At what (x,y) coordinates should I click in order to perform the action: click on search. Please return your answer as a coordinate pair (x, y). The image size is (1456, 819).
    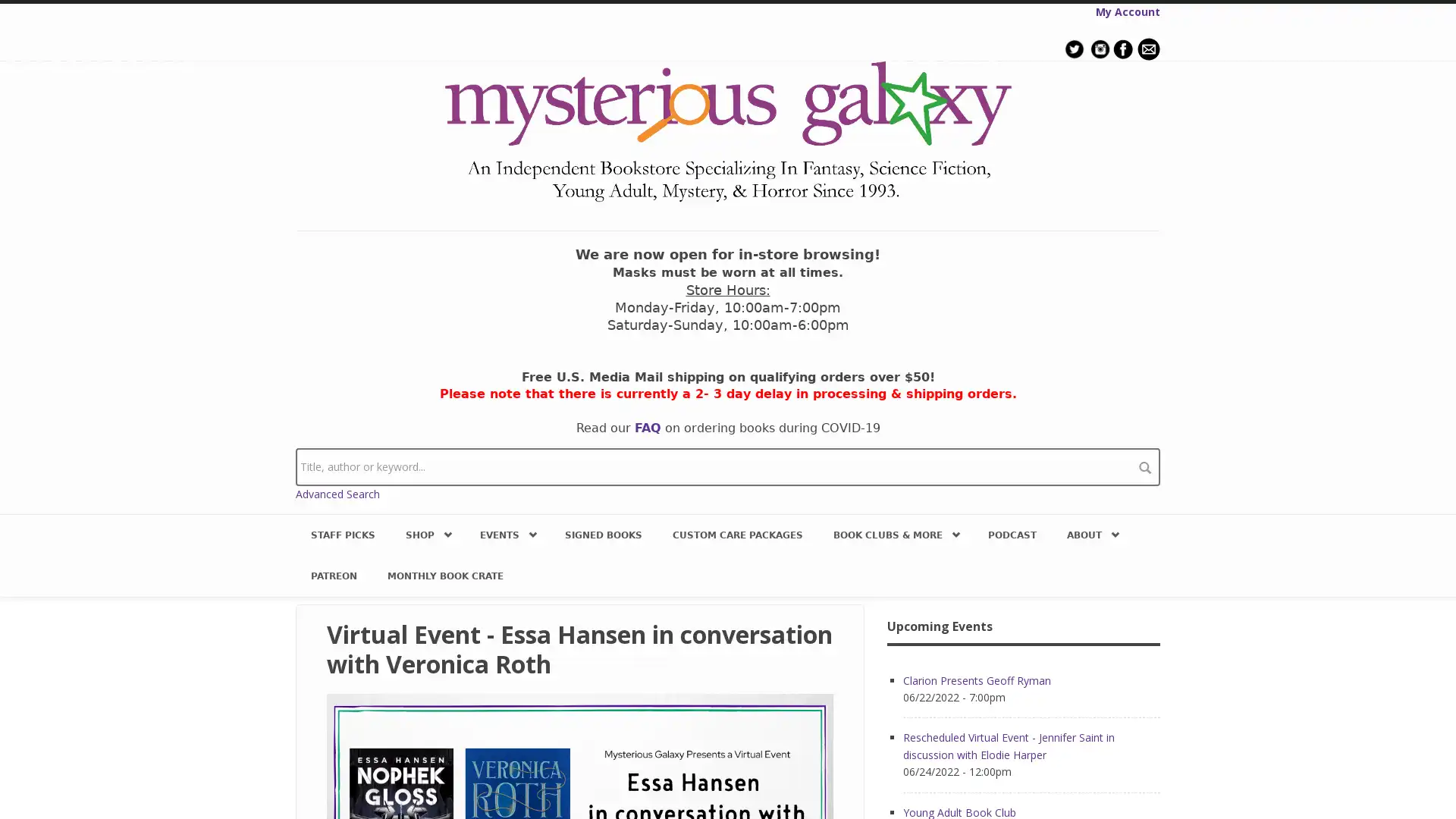
    Looking at the image, I should click on (1145, 466).